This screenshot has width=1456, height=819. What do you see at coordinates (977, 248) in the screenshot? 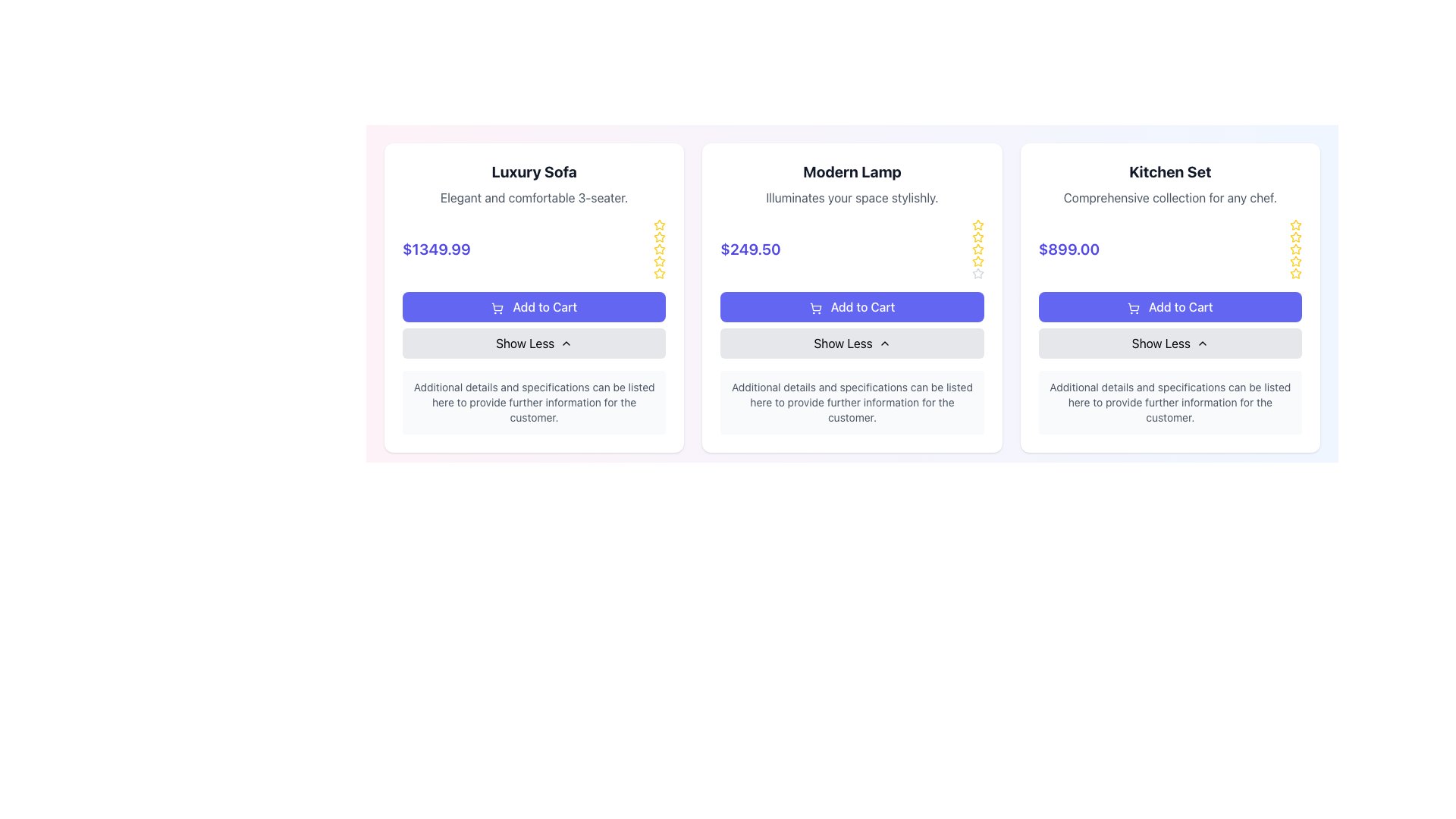
I see `the second star in the rating system under the 'Modern Lamp' product card` at bounding box center [977, 248].